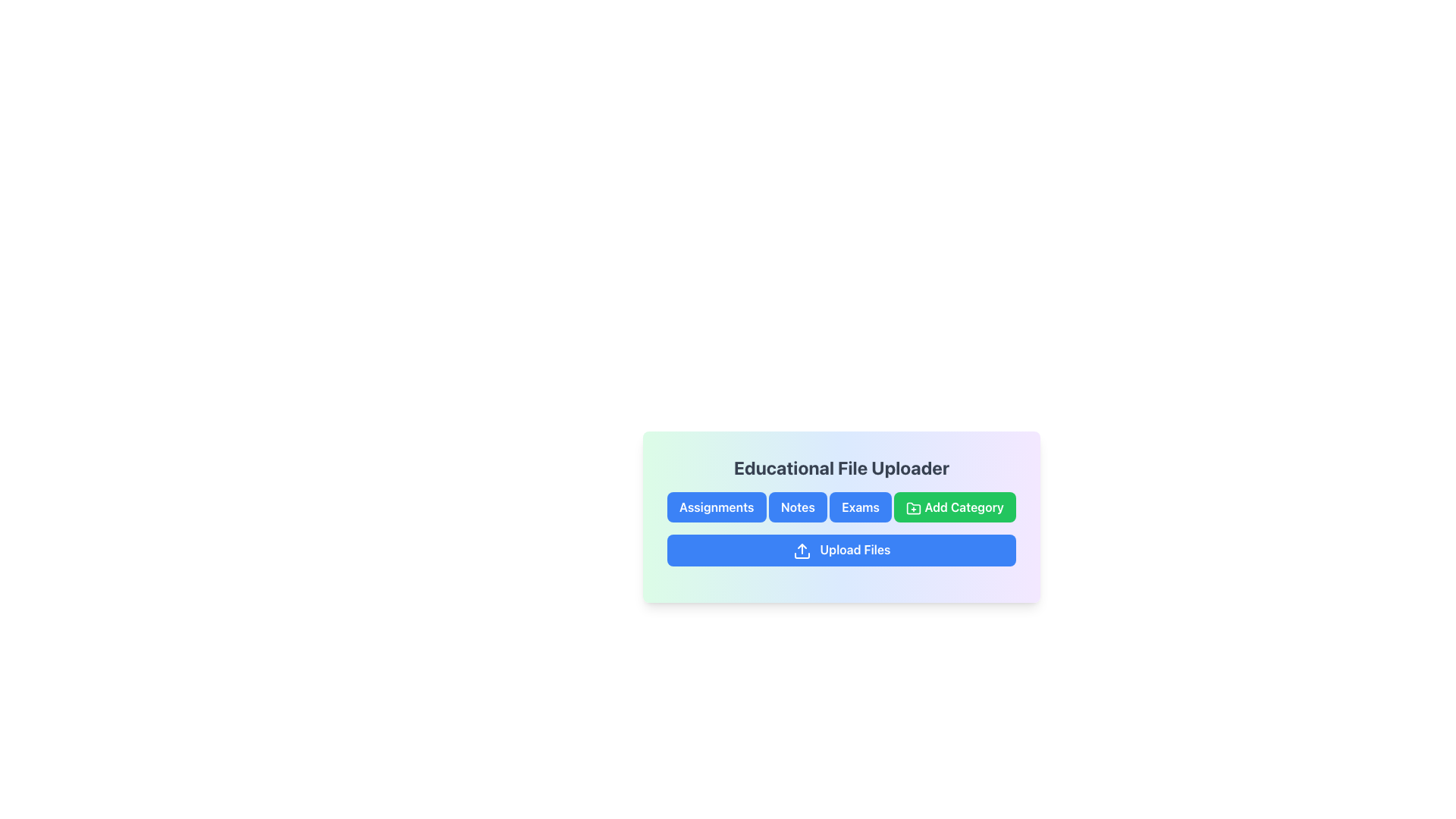 The width and height of the screenshot is (1456, 819). I want to click on the 'Exams' button, which is the third button in the row of interactive elements within the 'Educational File Uploader' panel, using keyboard navigation, so click(840, 516).